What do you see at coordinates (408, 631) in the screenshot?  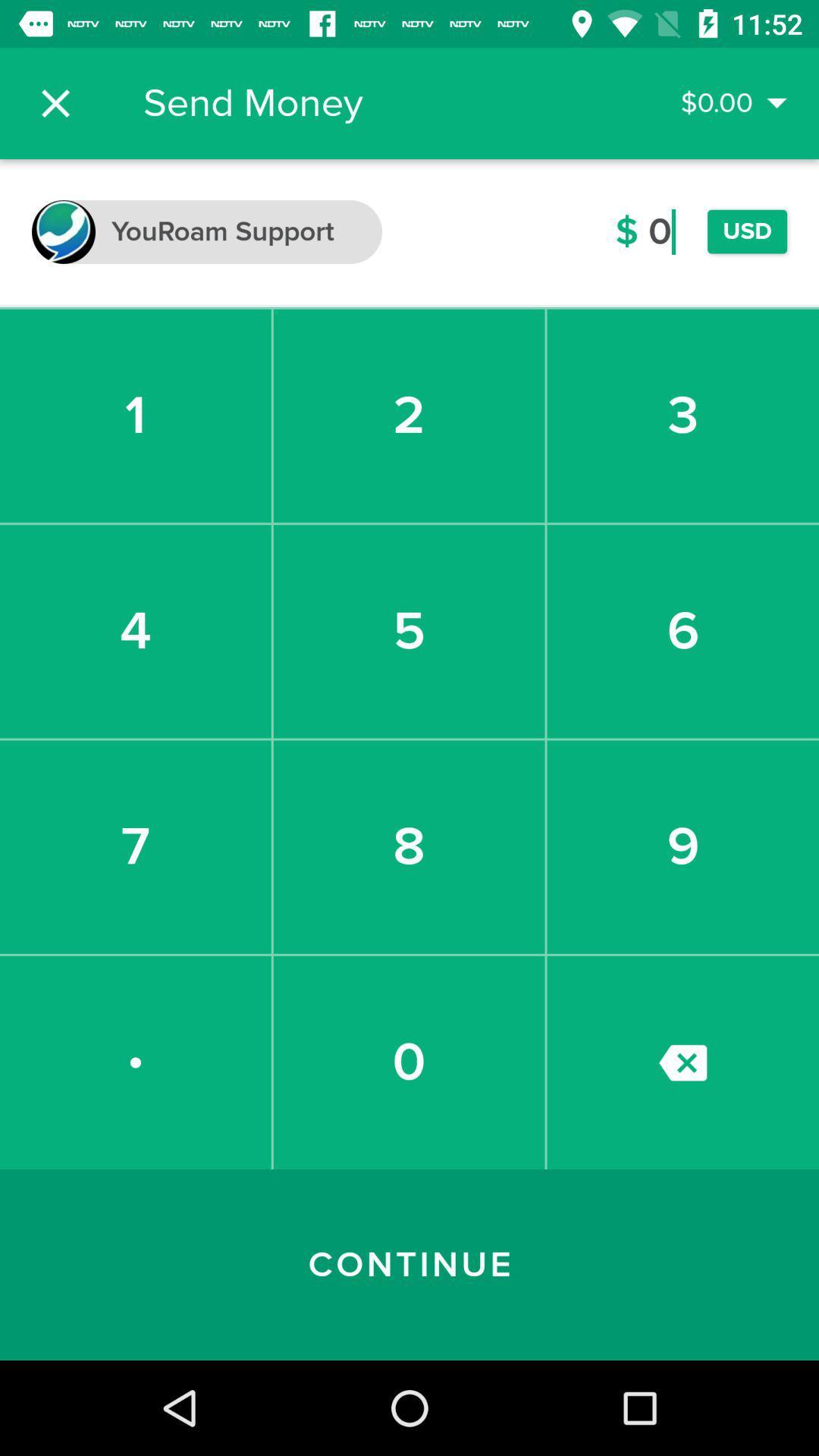 I see `the 5 item` at bounding box center [408, 631].